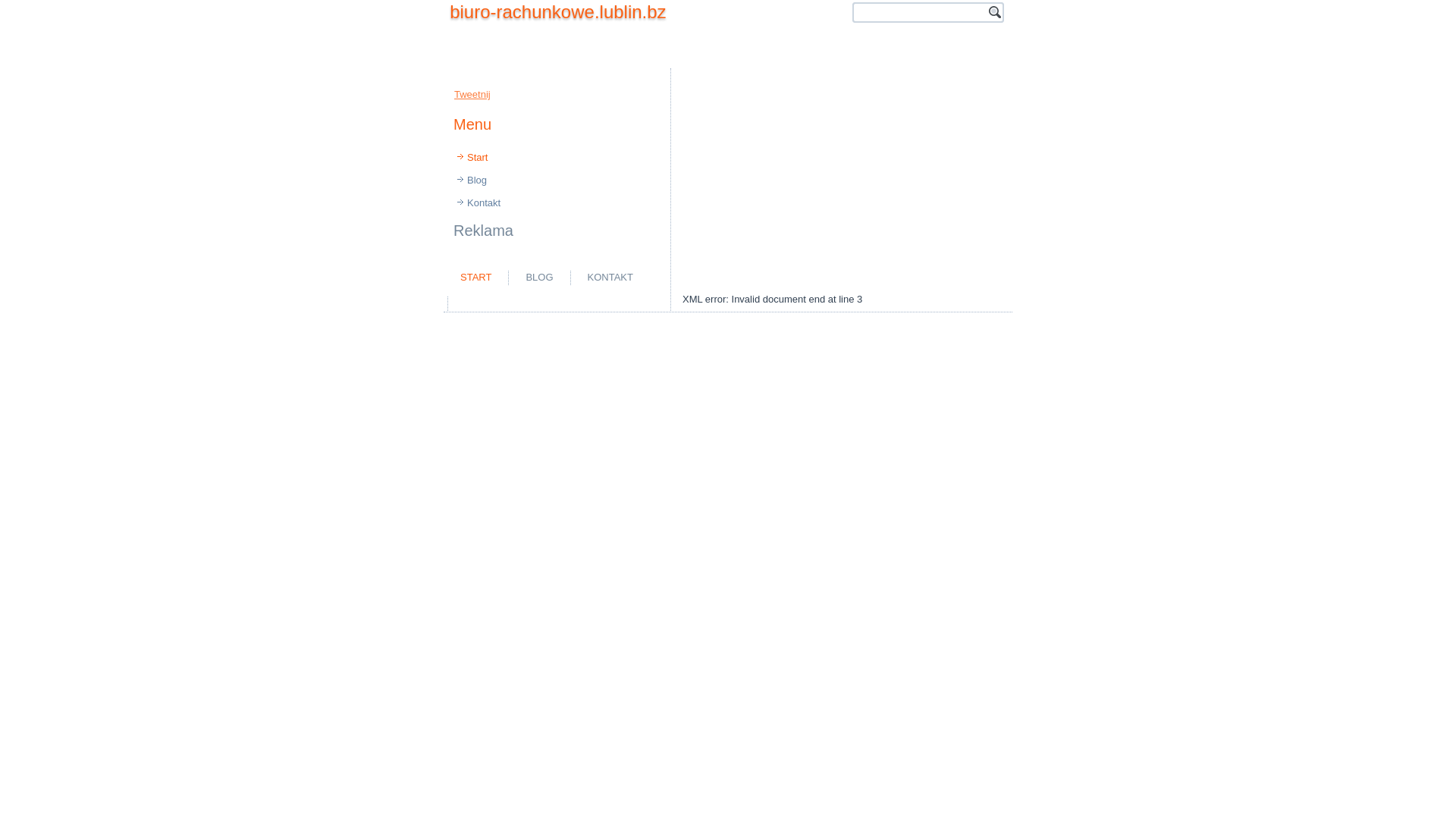 The height and width of the screenshot is (819, 1456). Describe the element at coordinates (449, 11) in the screenshot. I see `'biuro-rachunkowe.lublin.bz'` at that location.